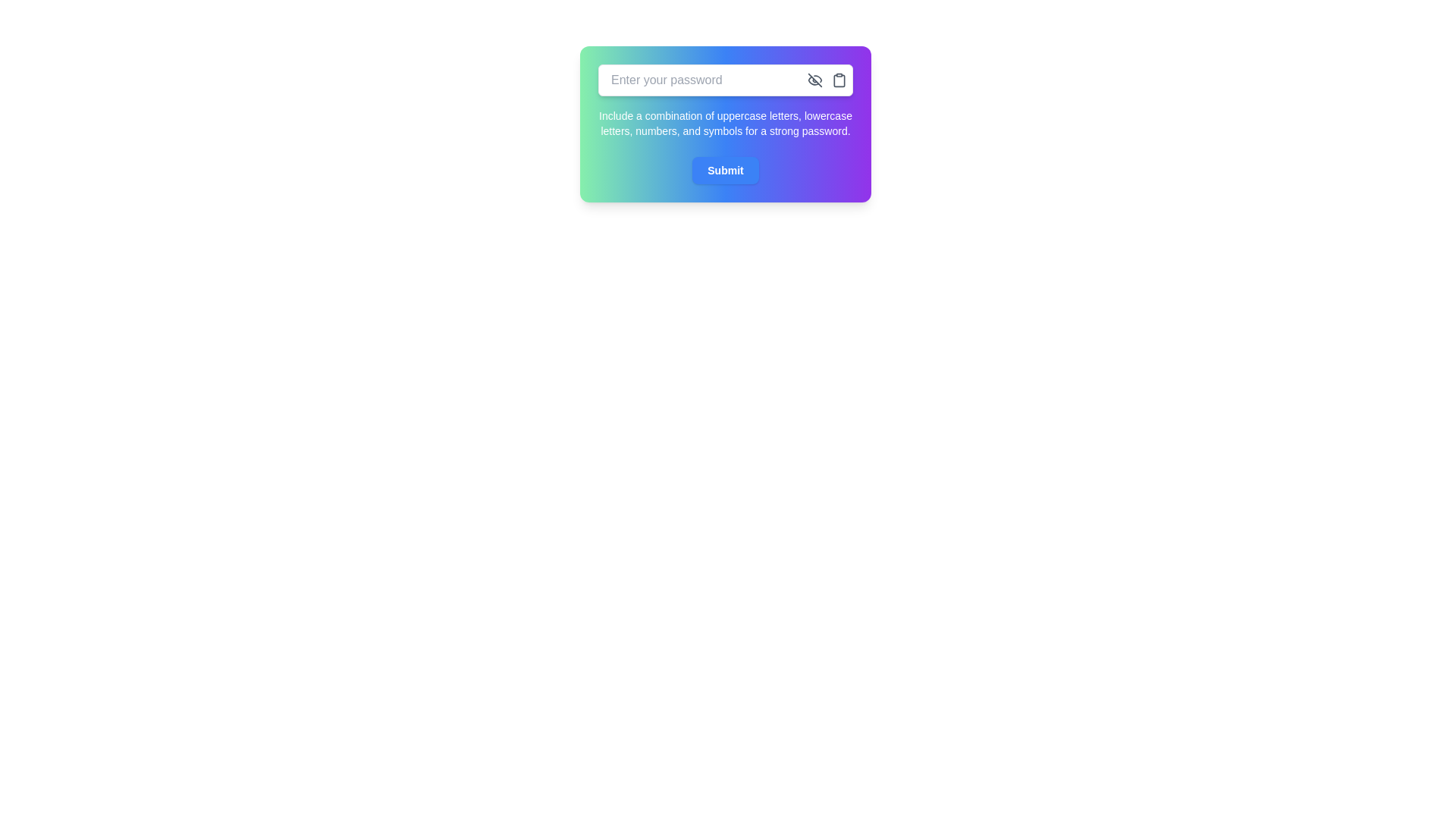 The width and height of the screenshot is (1456, 819). I want to click on the clipboard icon button located on the far-right side of the password input field, so click(839, 80).